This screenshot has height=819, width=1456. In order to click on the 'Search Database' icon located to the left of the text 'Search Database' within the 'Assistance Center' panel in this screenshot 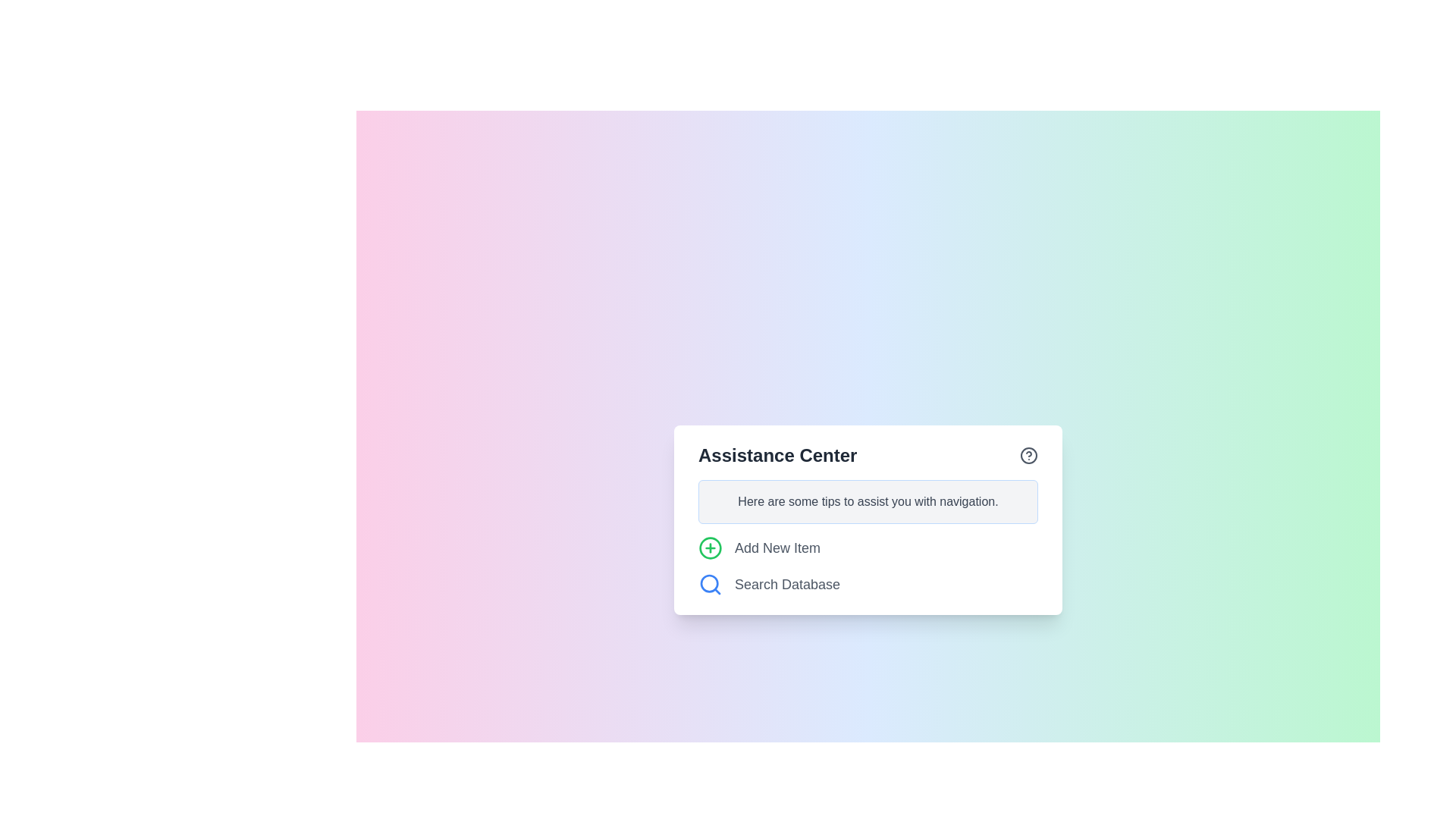, I will do `click(709, 584)`.